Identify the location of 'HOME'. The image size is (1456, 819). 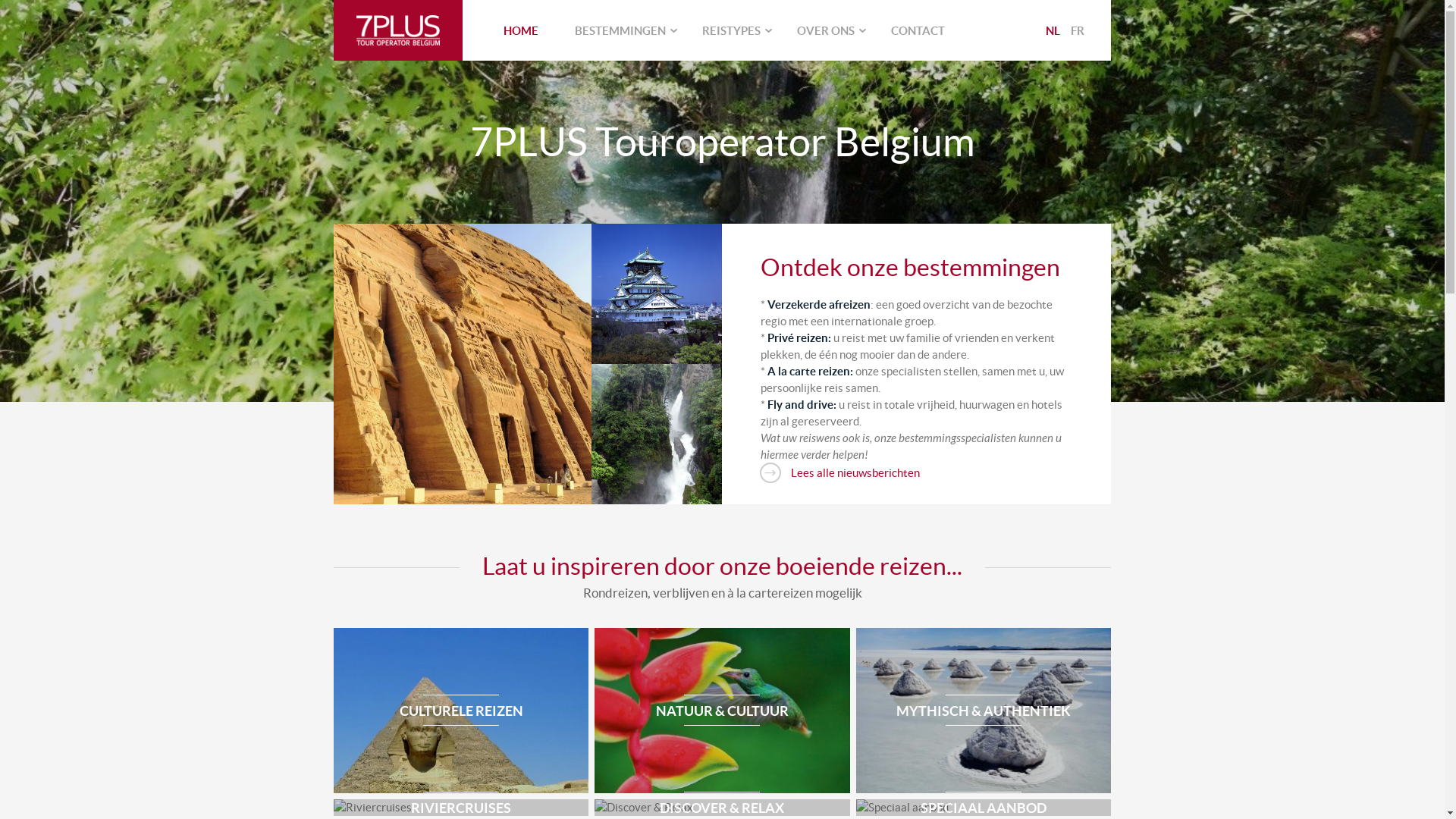
(484, 30).